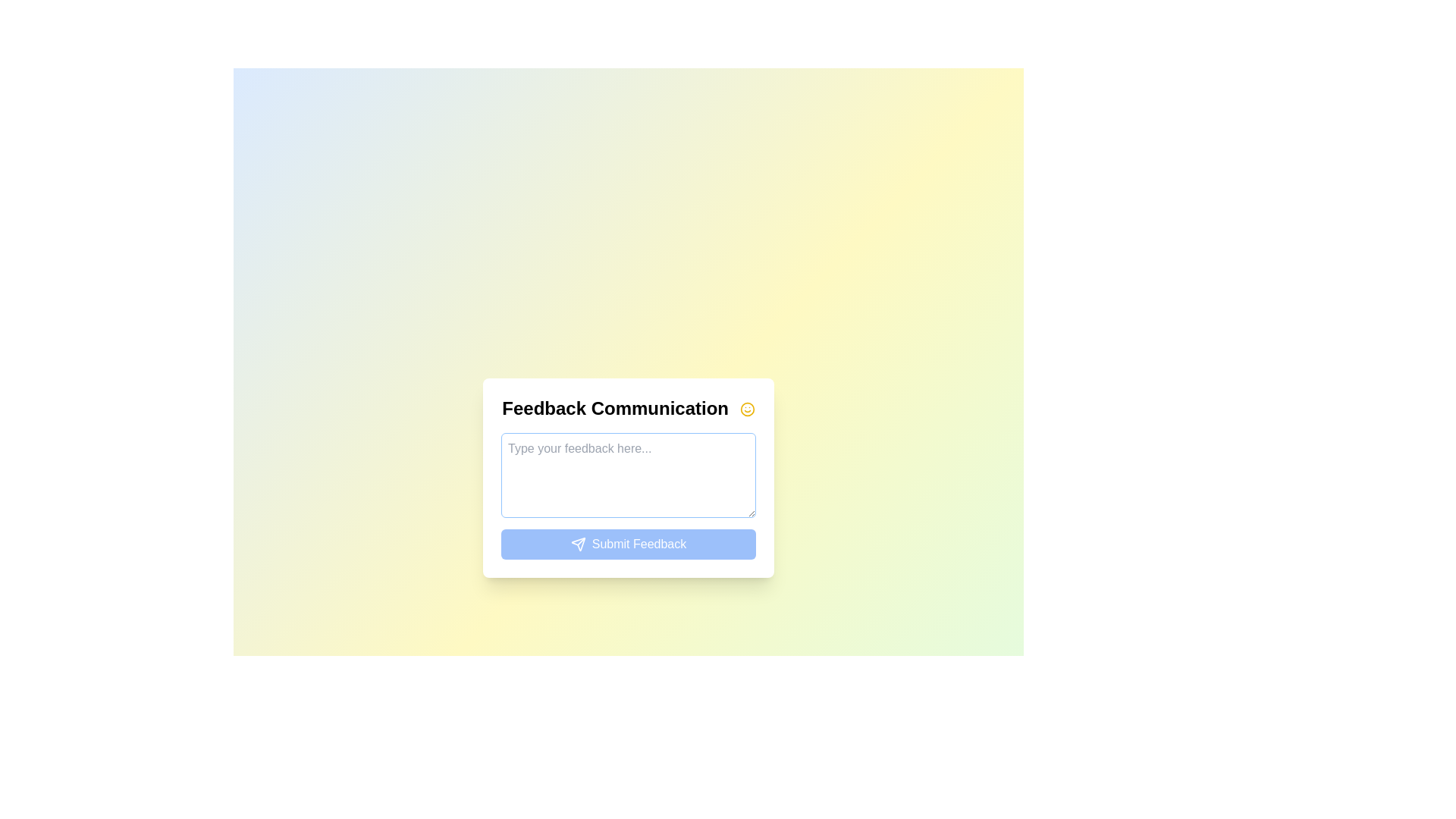 This screenshot has height=819, width=1456. Describe the element at coordinates (577, 543) in the screenshot. I see `the 'Submit Feedback' button by clicking on the SVG icon that represents the action to 'send' or 'submit'` at that location.